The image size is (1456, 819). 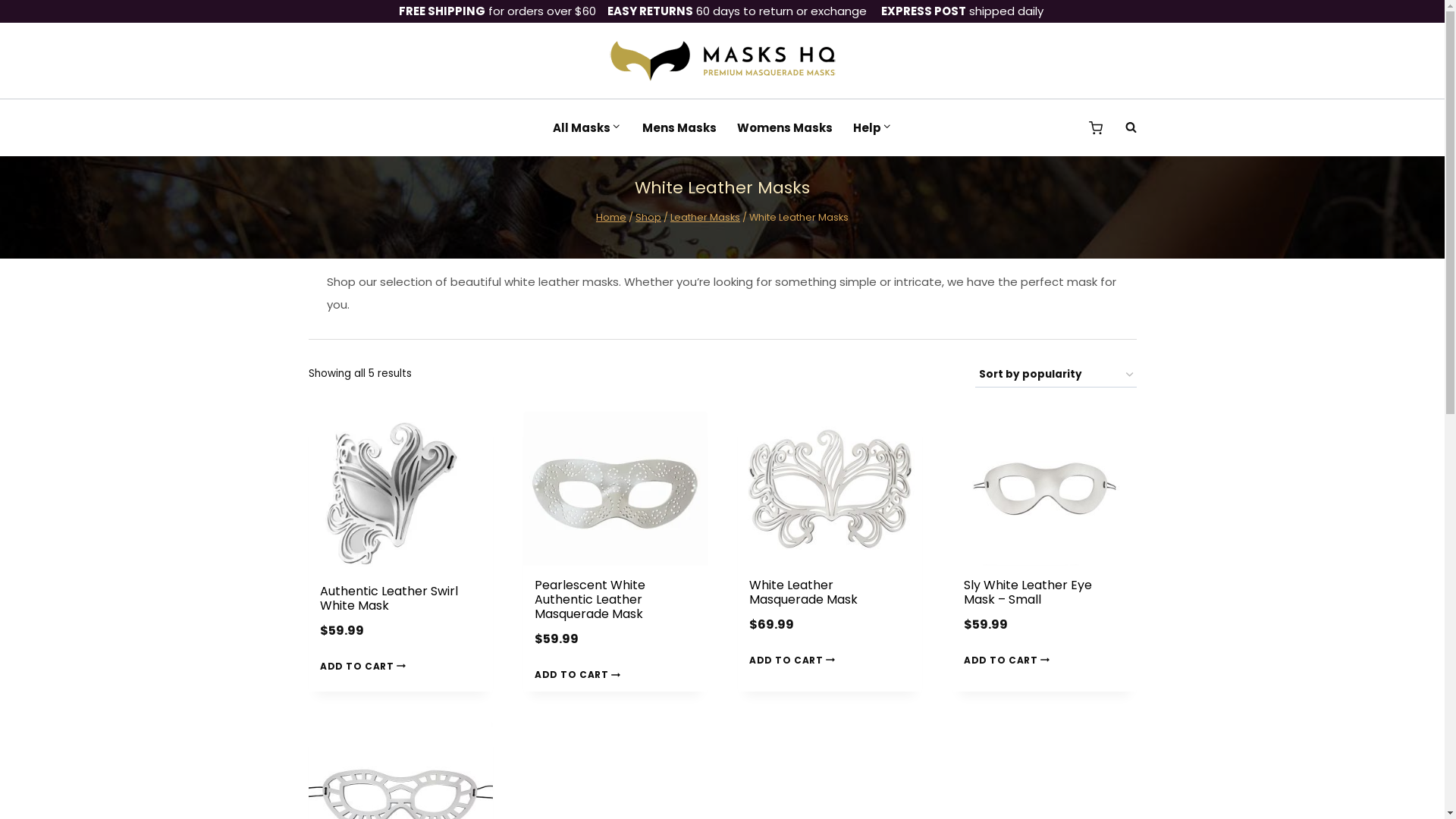 I want to click on 'ADD TO CART', so click(x=793, y=659).